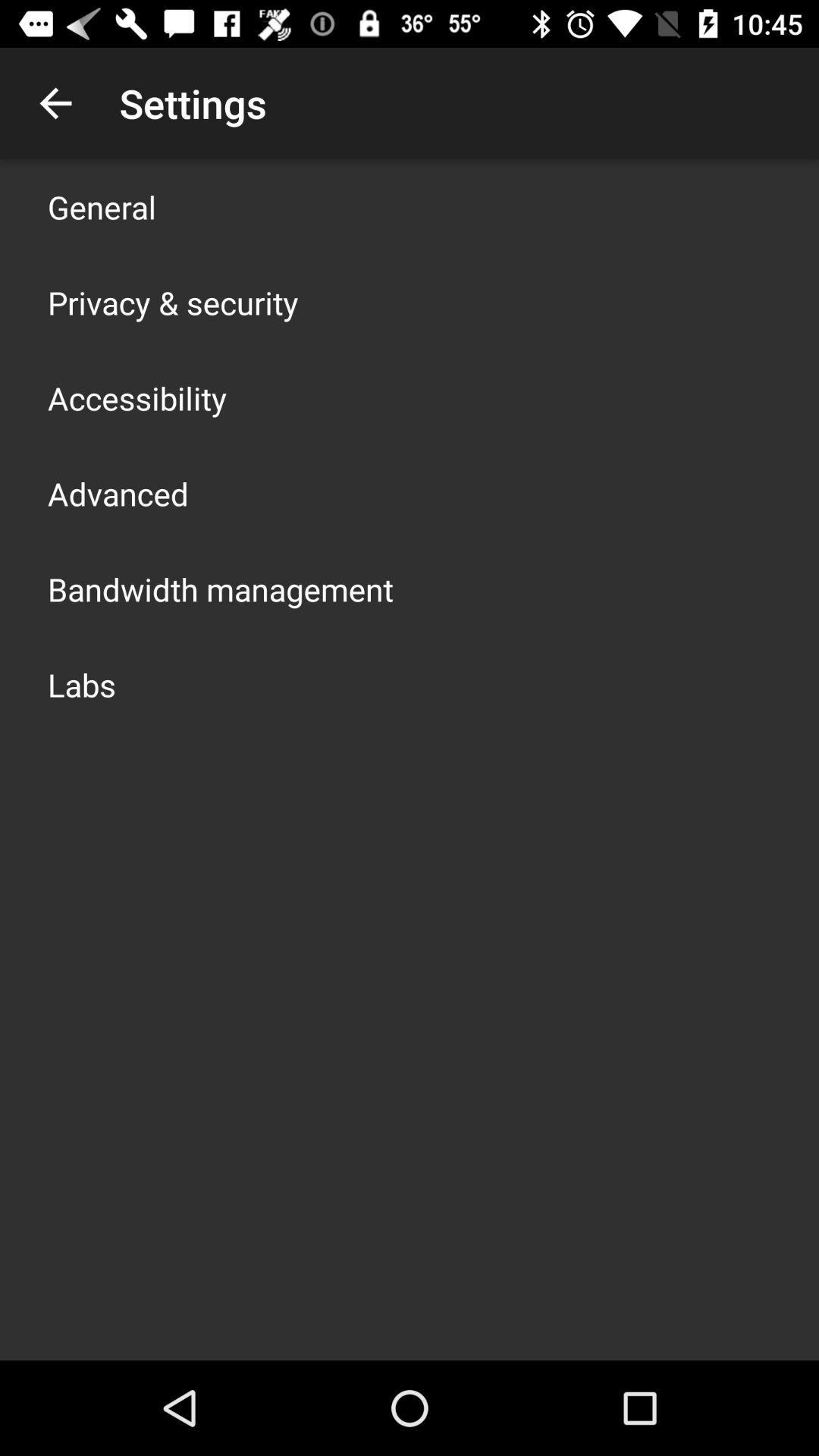 The width and height of the screenshot is (819, 1456). What do you see at coordinates (117, 494) in the screenshot?
I see `the app above the bandwidth management` at bounding box center [117, 494].